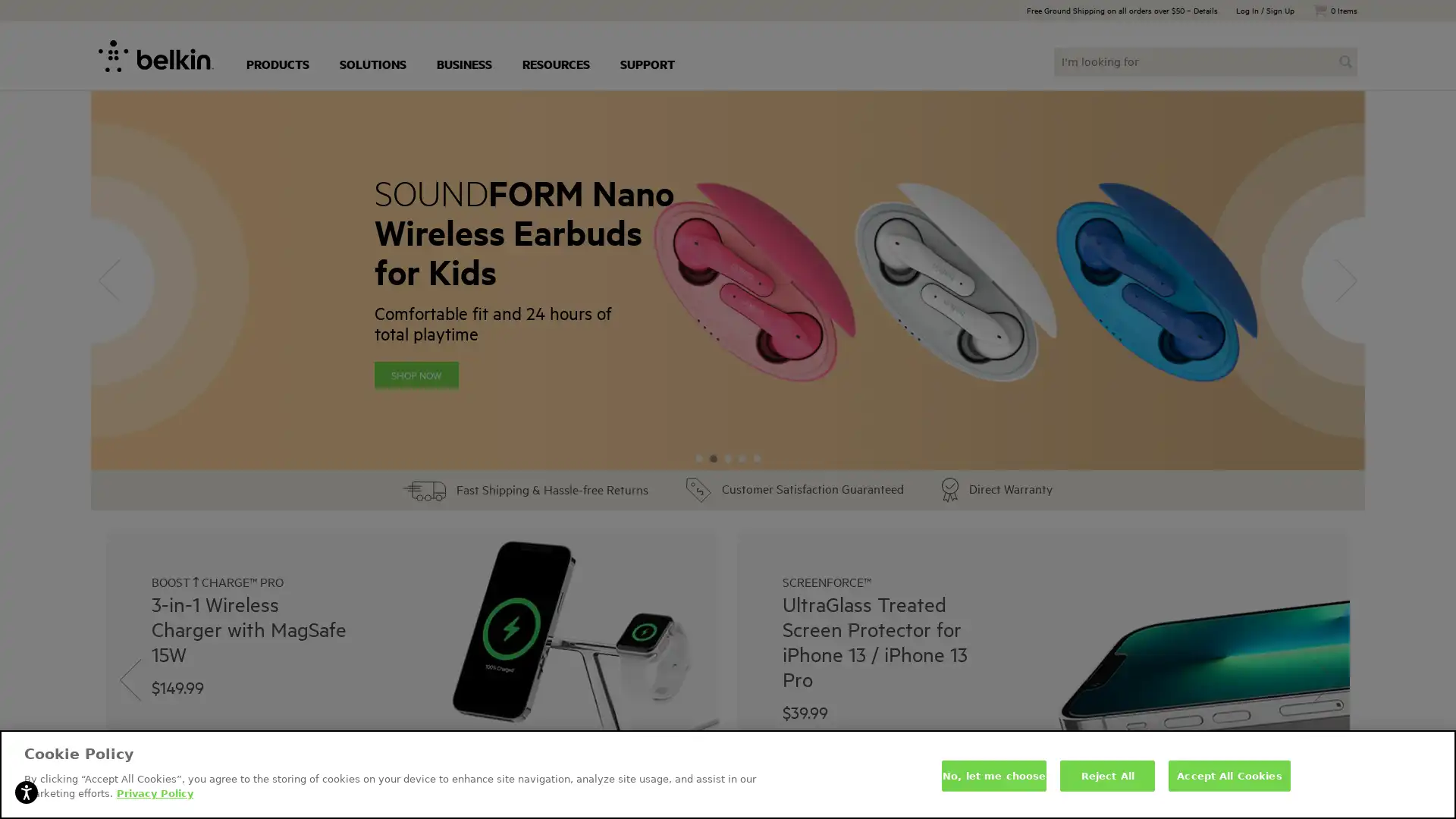  What do you see at coordinates (993, 775) in the screenshot?
I see `No, let me choose` at bounding box center [993, 775].